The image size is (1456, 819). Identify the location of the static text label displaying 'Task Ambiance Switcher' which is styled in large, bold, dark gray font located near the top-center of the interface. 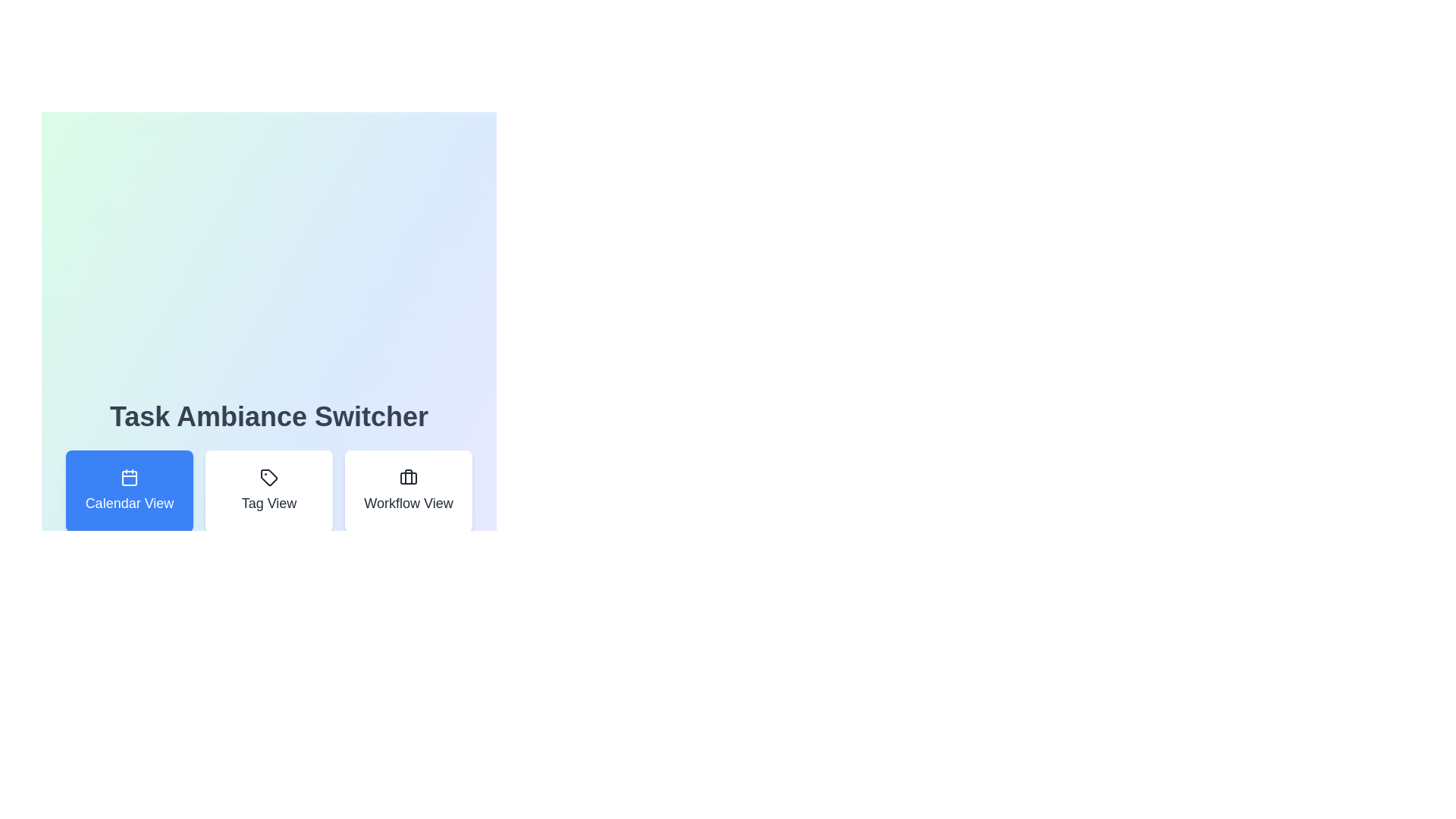
(269, 417).